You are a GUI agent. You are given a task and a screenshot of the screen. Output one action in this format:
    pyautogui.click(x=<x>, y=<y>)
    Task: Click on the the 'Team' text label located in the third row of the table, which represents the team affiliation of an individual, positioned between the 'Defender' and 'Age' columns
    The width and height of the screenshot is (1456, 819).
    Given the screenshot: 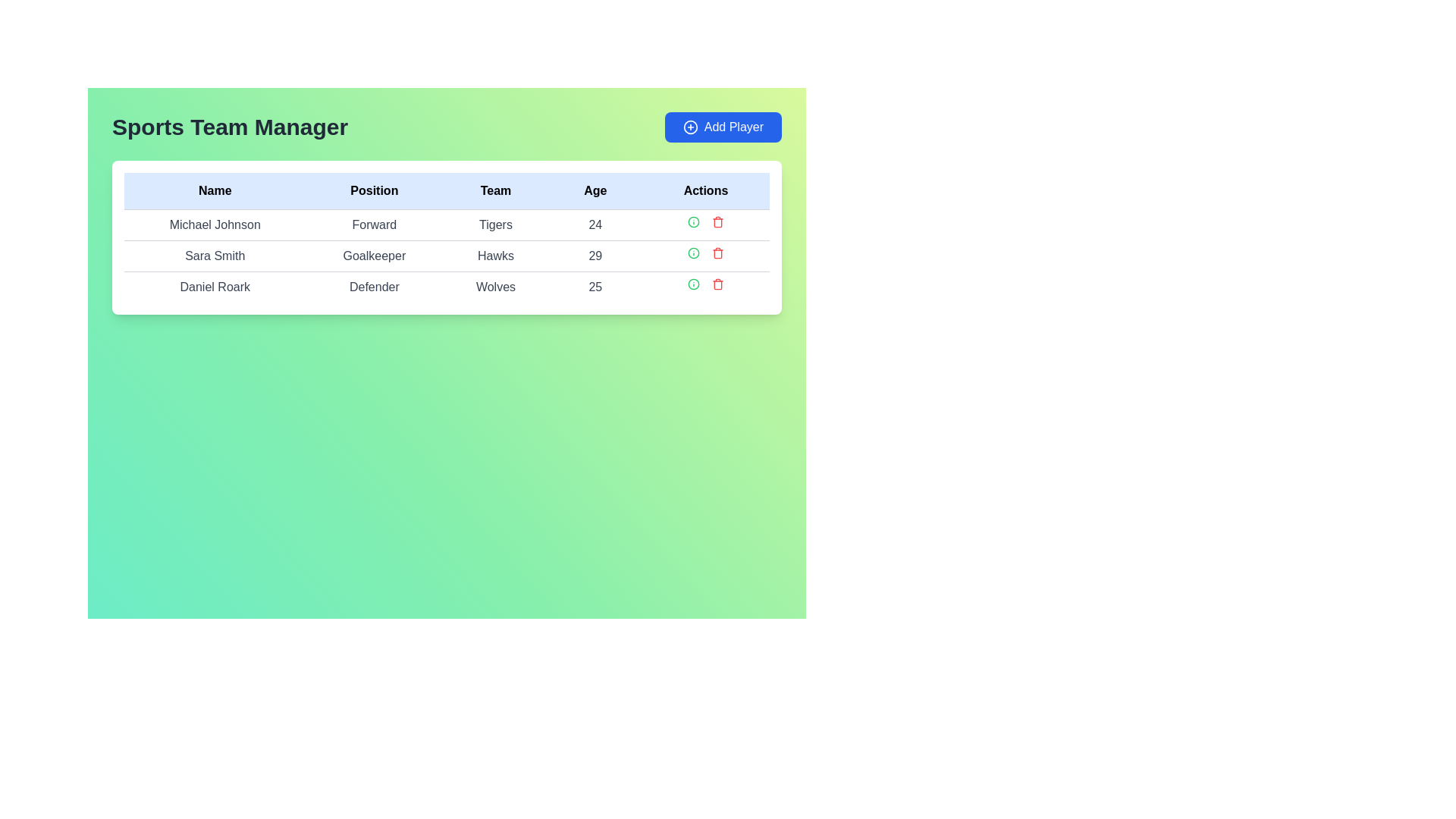 What is the action you would take?
    pyautogui.click(x=495, y=287)
    